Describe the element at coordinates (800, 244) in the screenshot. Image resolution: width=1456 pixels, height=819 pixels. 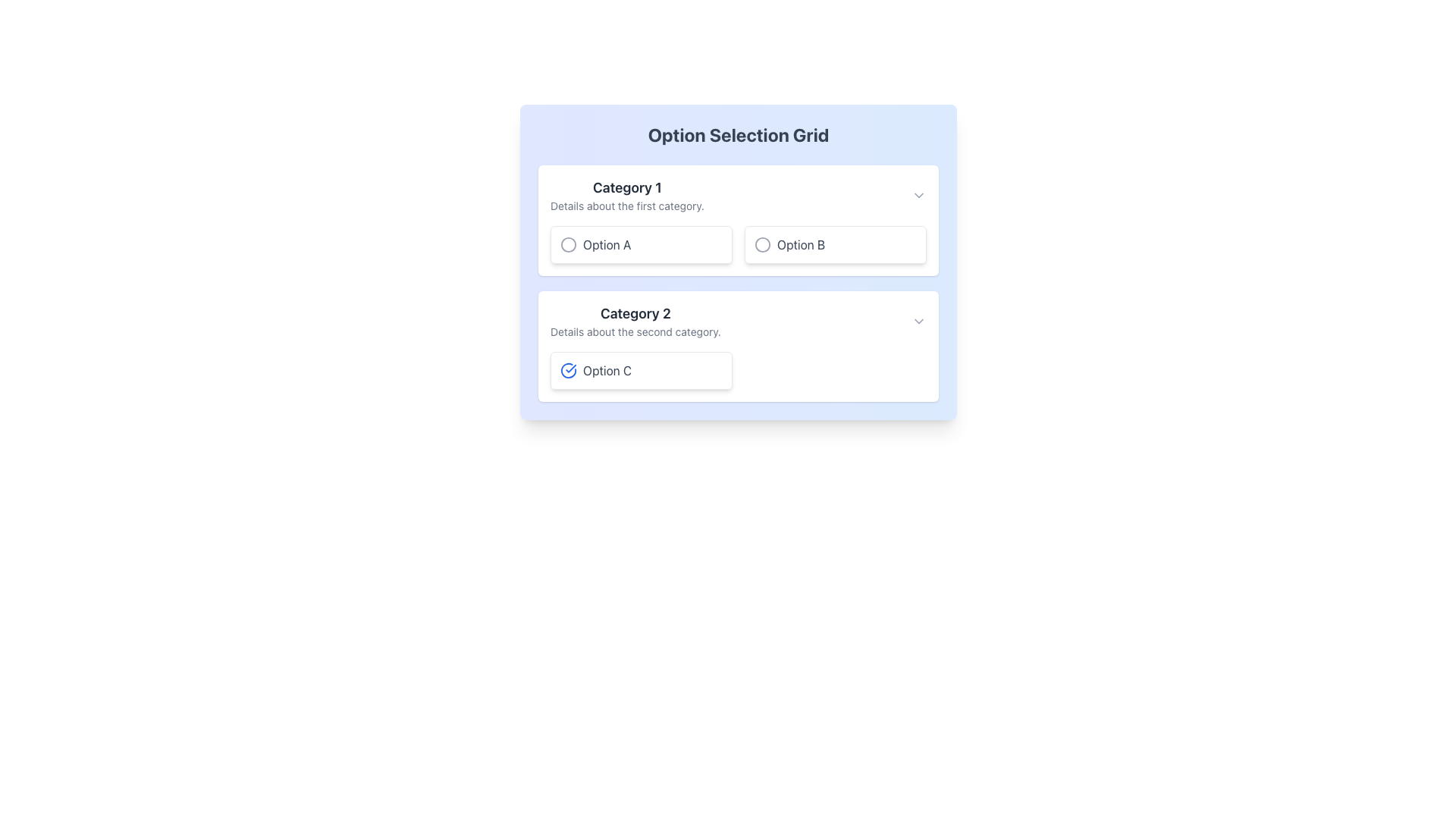
I see `the 'Option B' text label, which is a medium-sized gray text located in the first category section, second in the list, next to a circular icon` at that location.